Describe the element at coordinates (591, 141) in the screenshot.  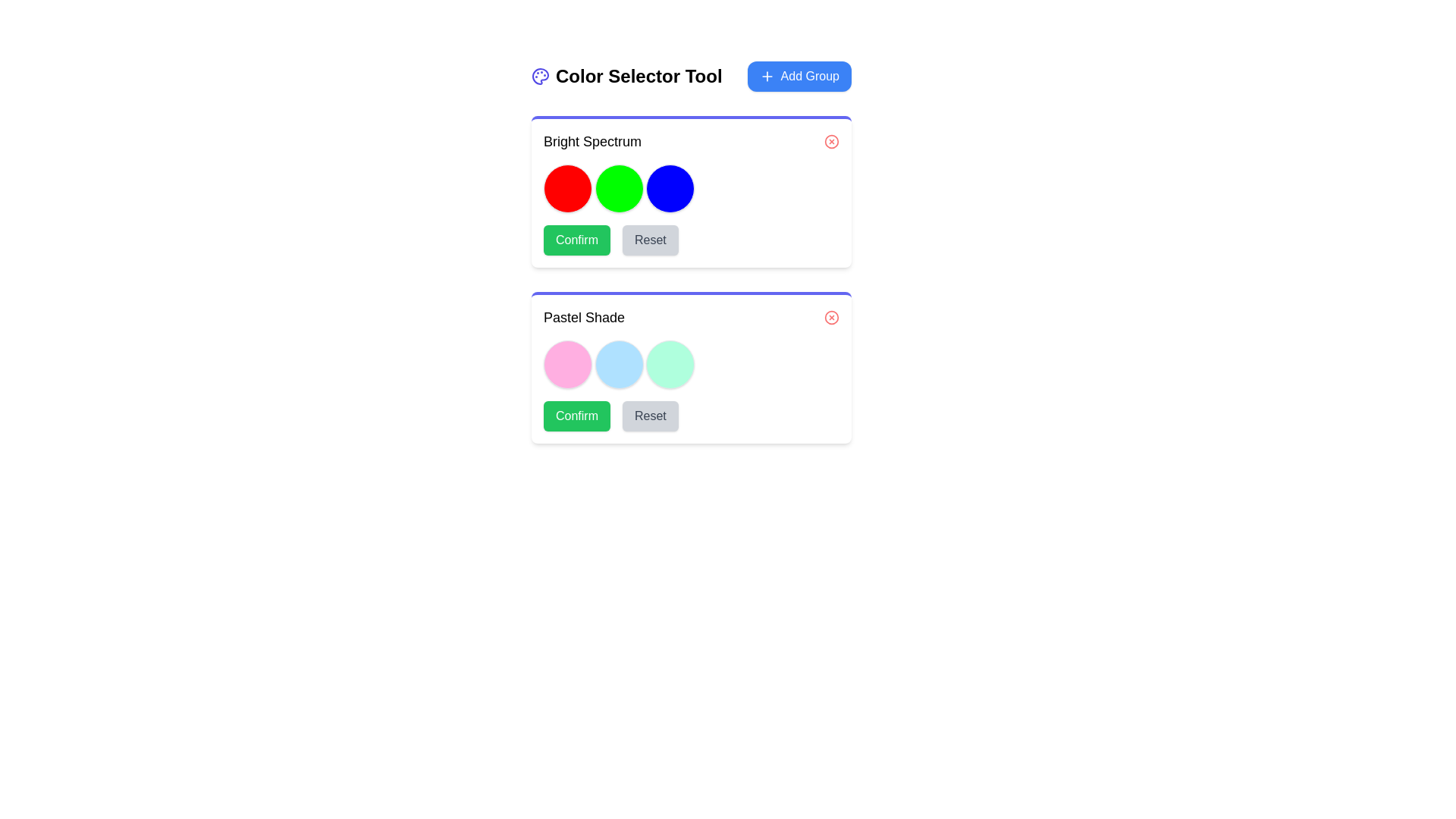
I see `Text label located at the top-left corner of the group containing colored circles, which serves as a title for the category` at that location.